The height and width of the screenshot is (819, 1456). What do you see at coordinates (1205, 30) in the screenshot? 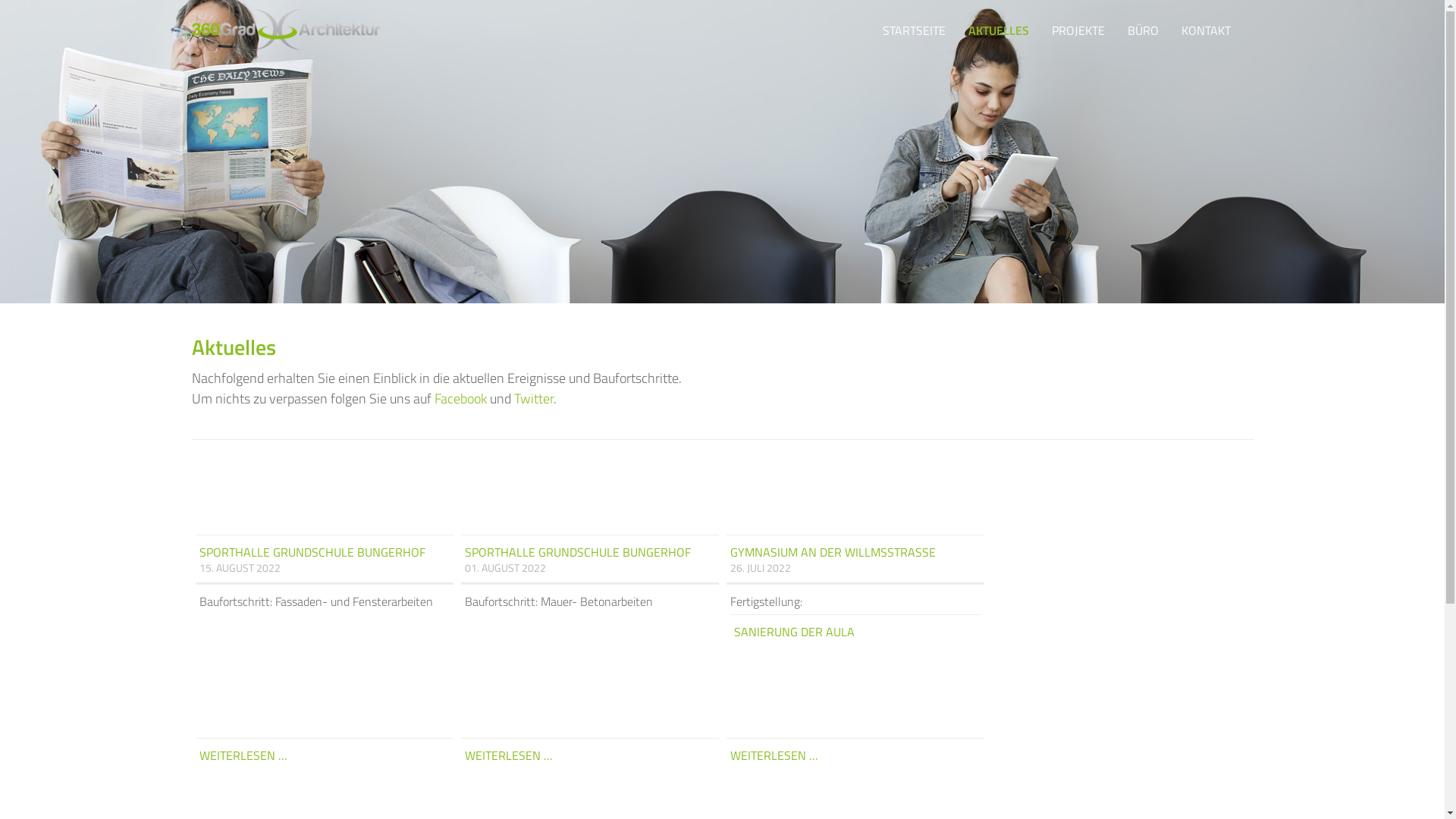
I see `'KONTAKT'` at bounding box center [1205, 30].